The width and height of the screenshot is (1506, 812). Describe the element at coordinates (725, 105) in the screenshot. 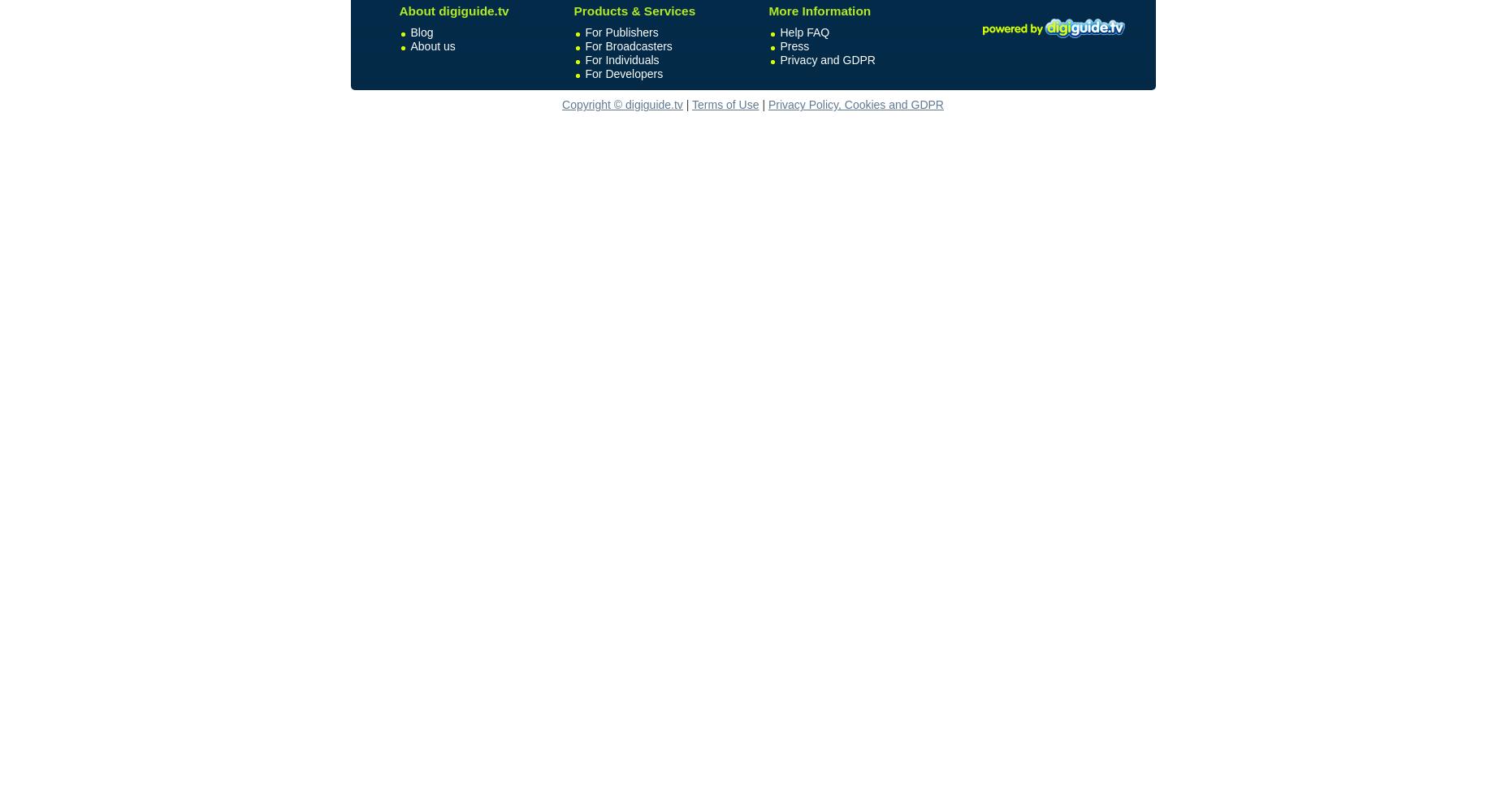

I see `'Terms of Use'` at that location.